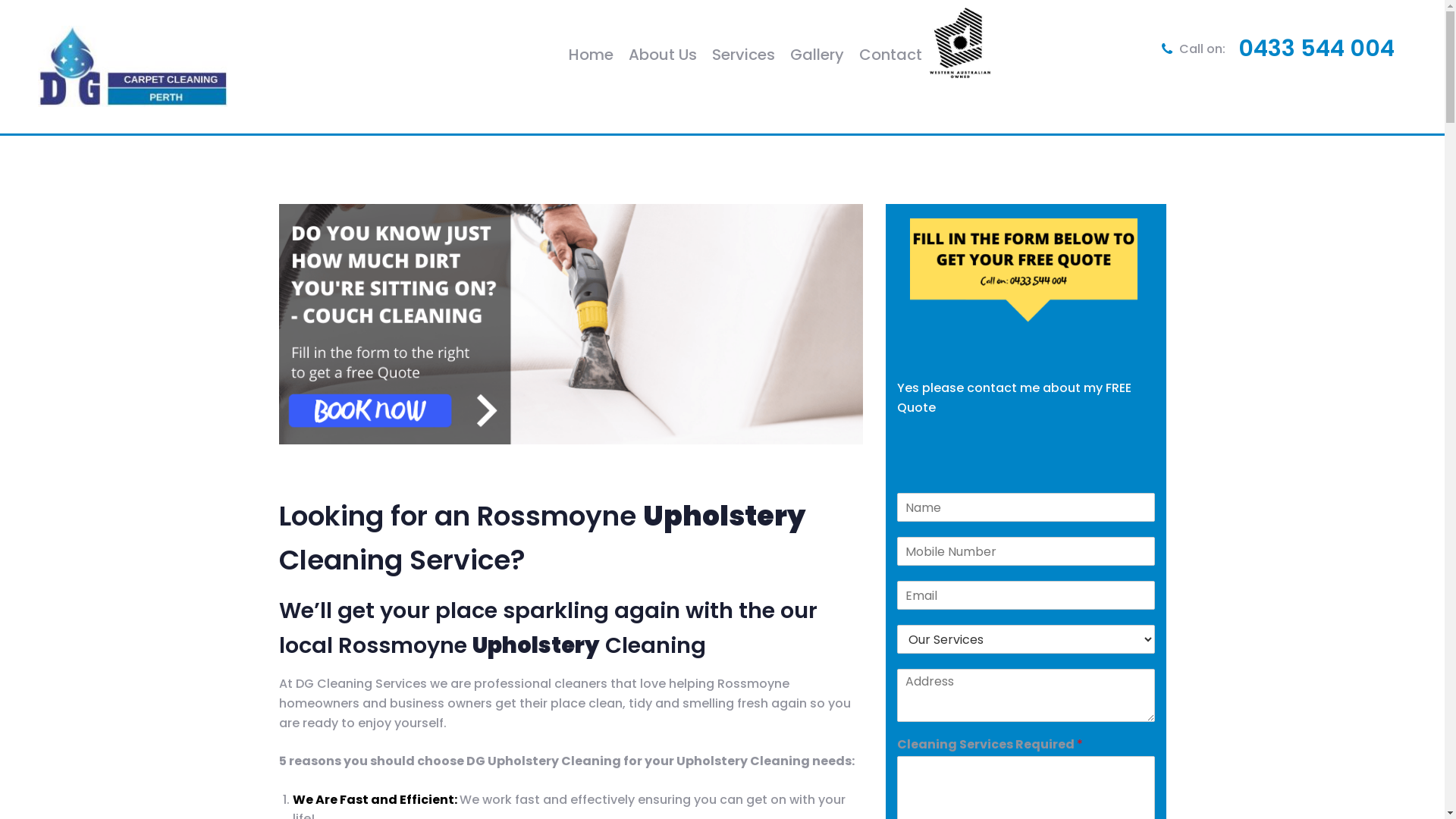 The height and width of the screenshot is (819, 1456). Describe the element at coordinates (743, 54) in the screenshot. I see `'Services'` at that location.